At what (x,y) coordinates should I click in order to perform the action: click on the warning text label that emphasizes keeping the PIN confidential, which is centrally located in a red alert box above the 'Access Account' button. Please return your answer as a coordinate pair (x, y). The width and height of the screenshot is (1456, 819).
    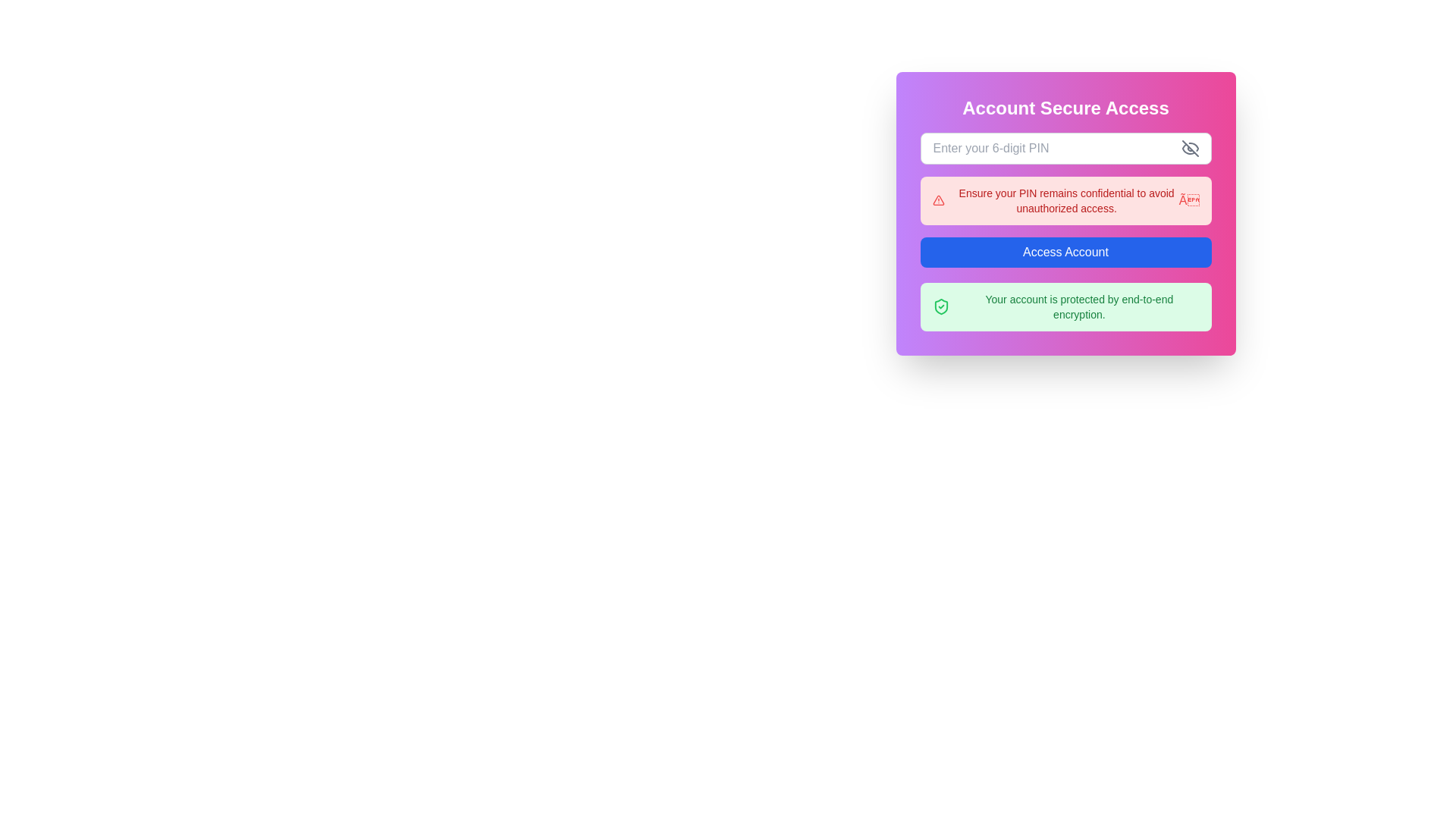
    Looking at the image, I should click on (1065, 200).